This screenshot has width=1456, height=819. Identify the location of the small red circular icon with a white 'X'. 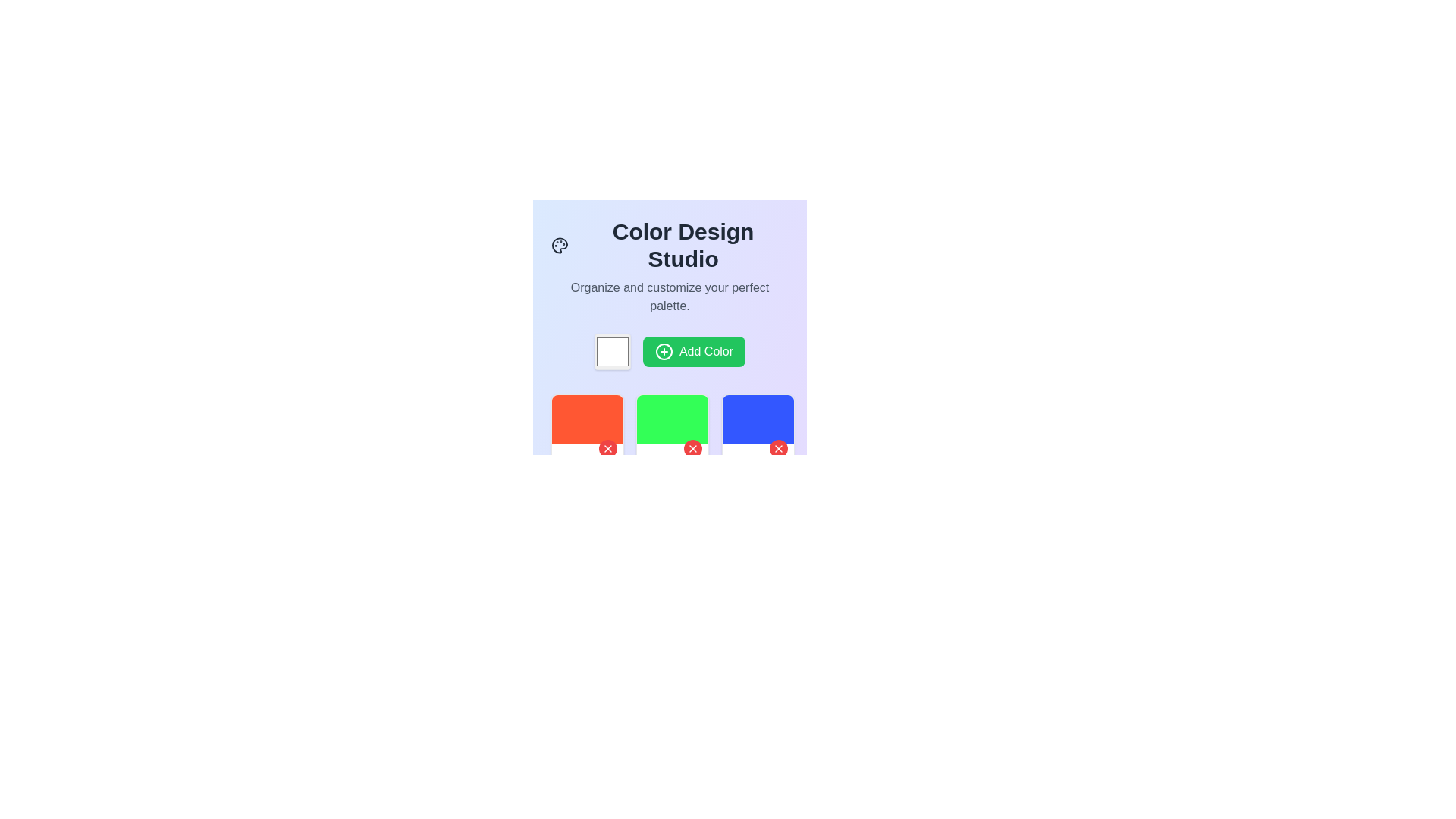
(778, 447).